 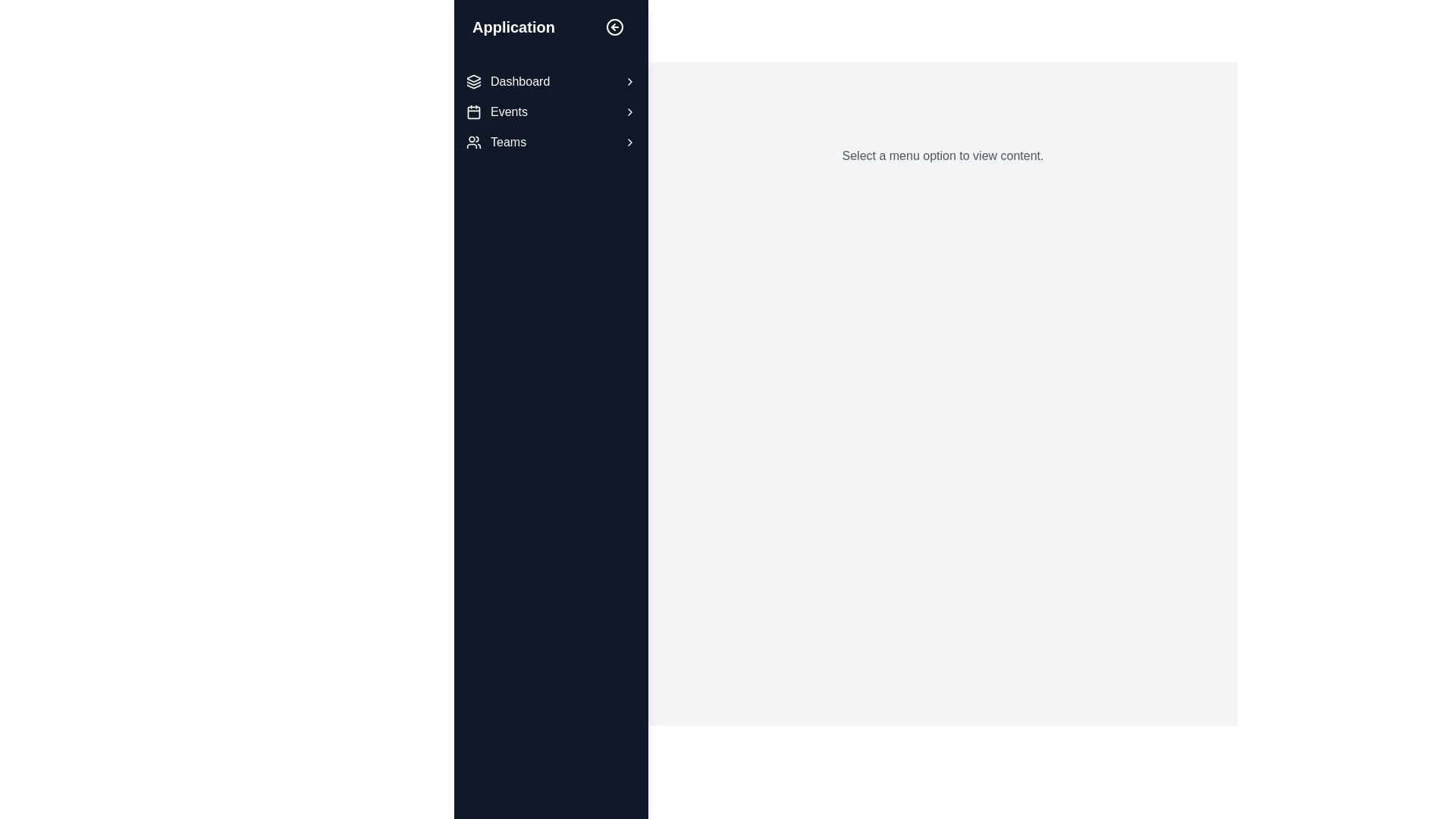 What do you see at coordinates (496, 143) in the screenshot?
I see `the 'Teams' navigation item in the vertical menu on the left side of the interface` at bounding box center [496, 143].